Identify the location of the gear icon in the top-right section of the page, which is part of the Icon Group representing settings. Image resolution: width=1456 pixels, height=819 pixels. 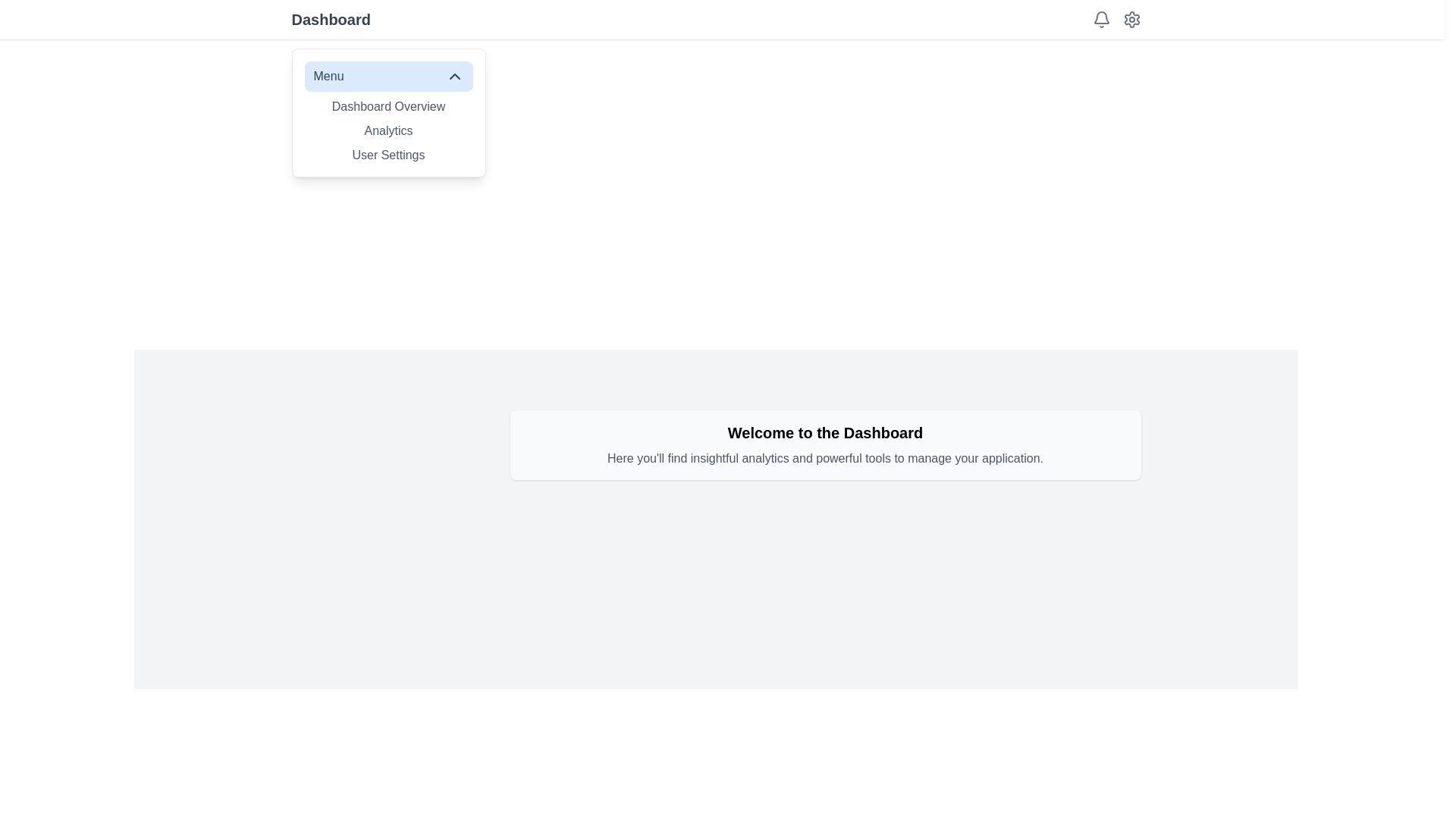
(1116, 20).